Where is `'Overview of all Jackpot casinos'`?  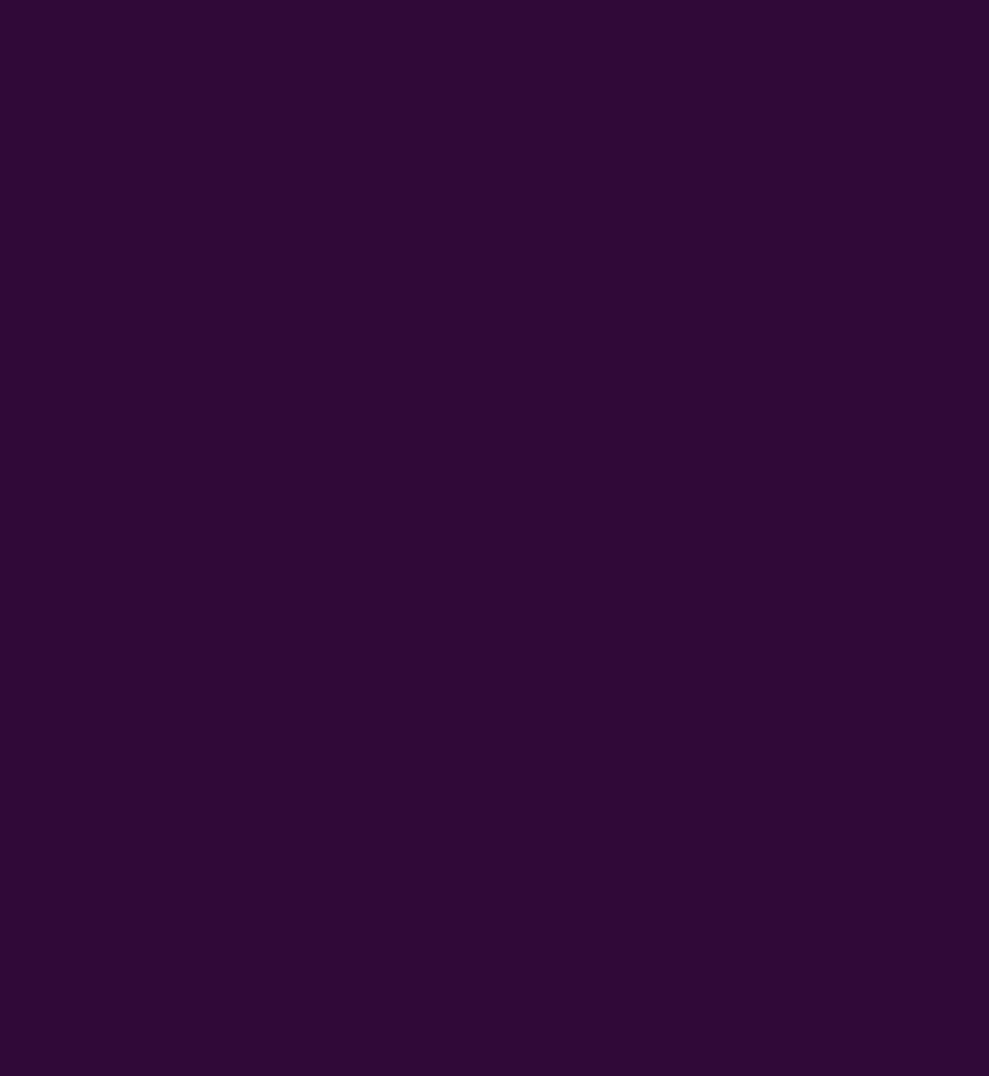 'Overview of all Jackpot casinos' is located at coordinates (274, 843).